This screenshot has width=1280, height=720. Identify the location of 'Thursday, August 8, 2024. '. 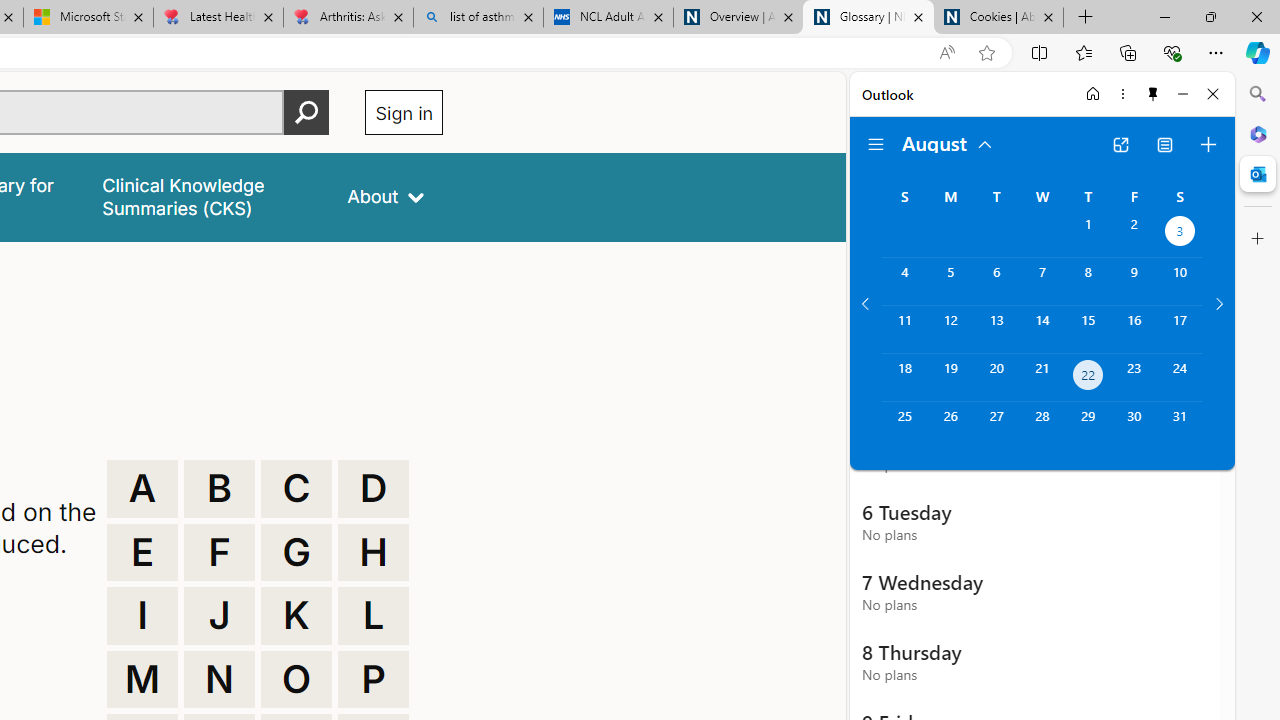
(1087, 281).